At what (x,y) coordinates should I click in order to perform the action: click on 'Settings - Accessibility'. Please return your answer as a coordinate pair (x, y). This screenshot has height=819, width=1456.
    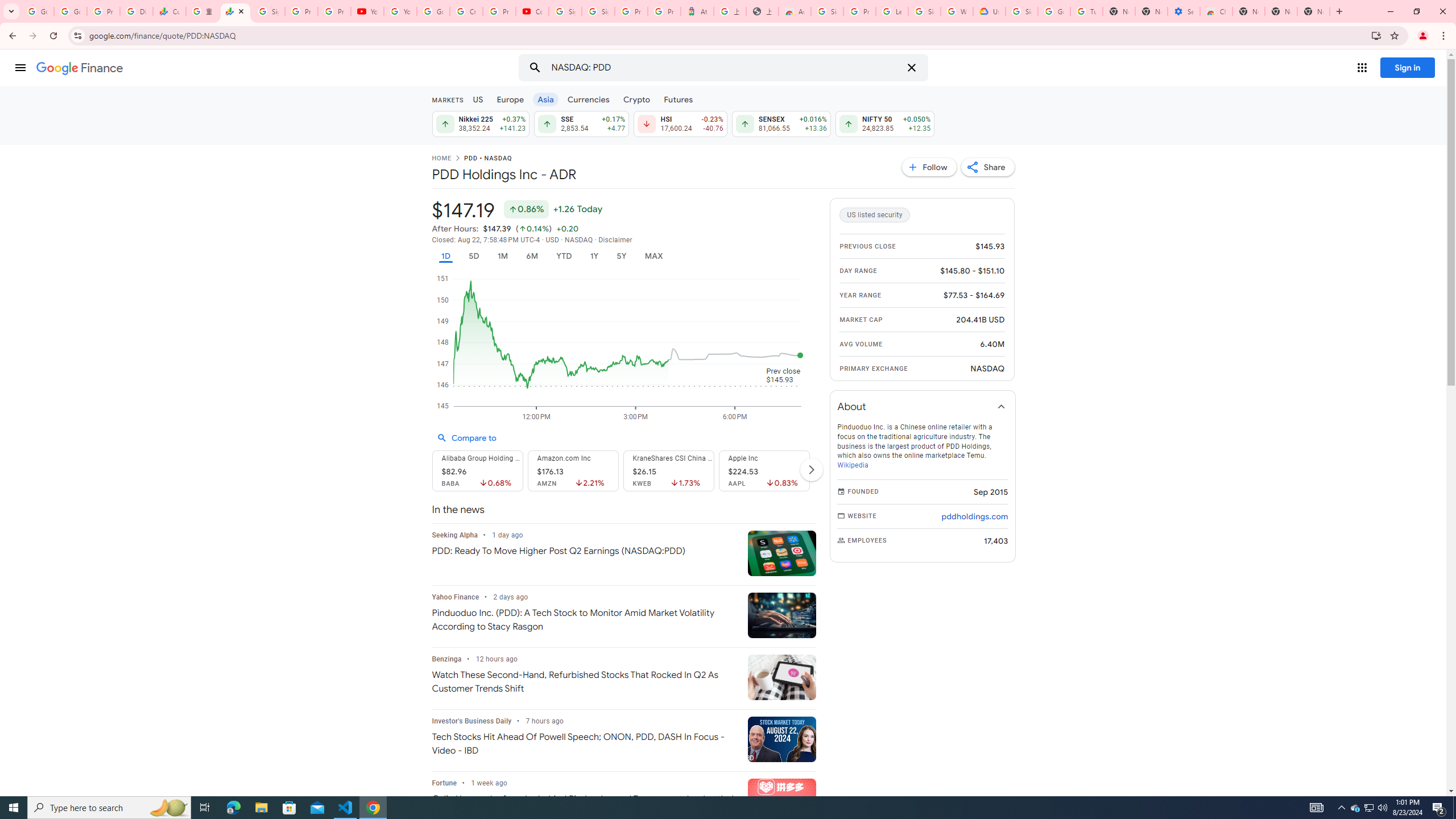
    Looking at the image, I should click on (1183, 11).